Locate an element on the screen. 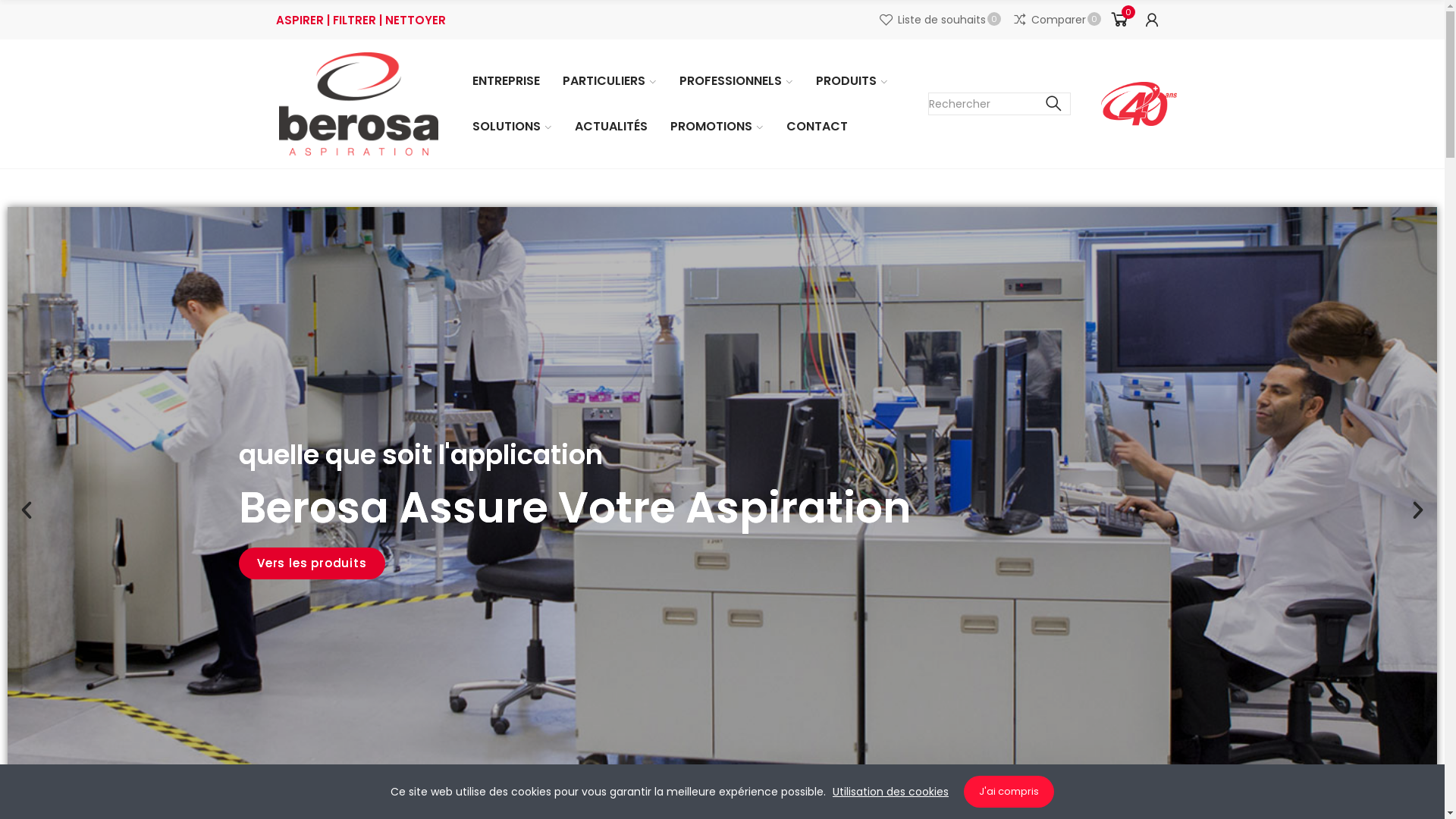 The height and width of the screenshot is (819, 1456). 'SOLUTIONS' is located at coordinates (512, 125).